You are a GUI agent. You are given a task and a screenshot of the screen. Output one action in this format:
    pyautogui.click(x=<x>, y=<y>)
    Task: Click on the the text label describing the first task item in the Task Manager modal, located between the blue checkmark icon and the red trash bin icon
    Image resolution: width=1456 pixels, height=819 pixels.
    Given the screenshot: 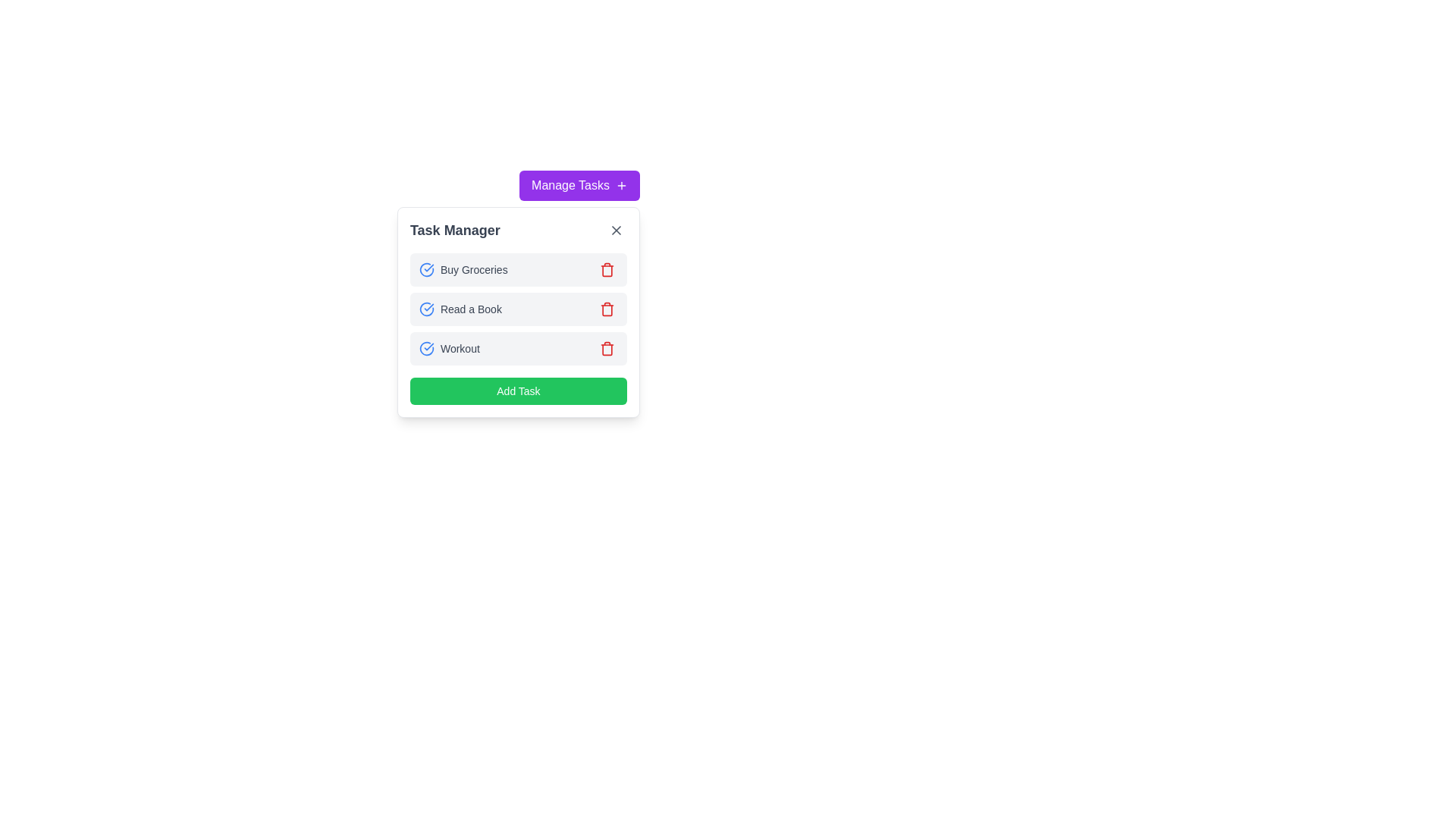 What is the action you would take?
    pyautogui.click(x=473, y=268)
    